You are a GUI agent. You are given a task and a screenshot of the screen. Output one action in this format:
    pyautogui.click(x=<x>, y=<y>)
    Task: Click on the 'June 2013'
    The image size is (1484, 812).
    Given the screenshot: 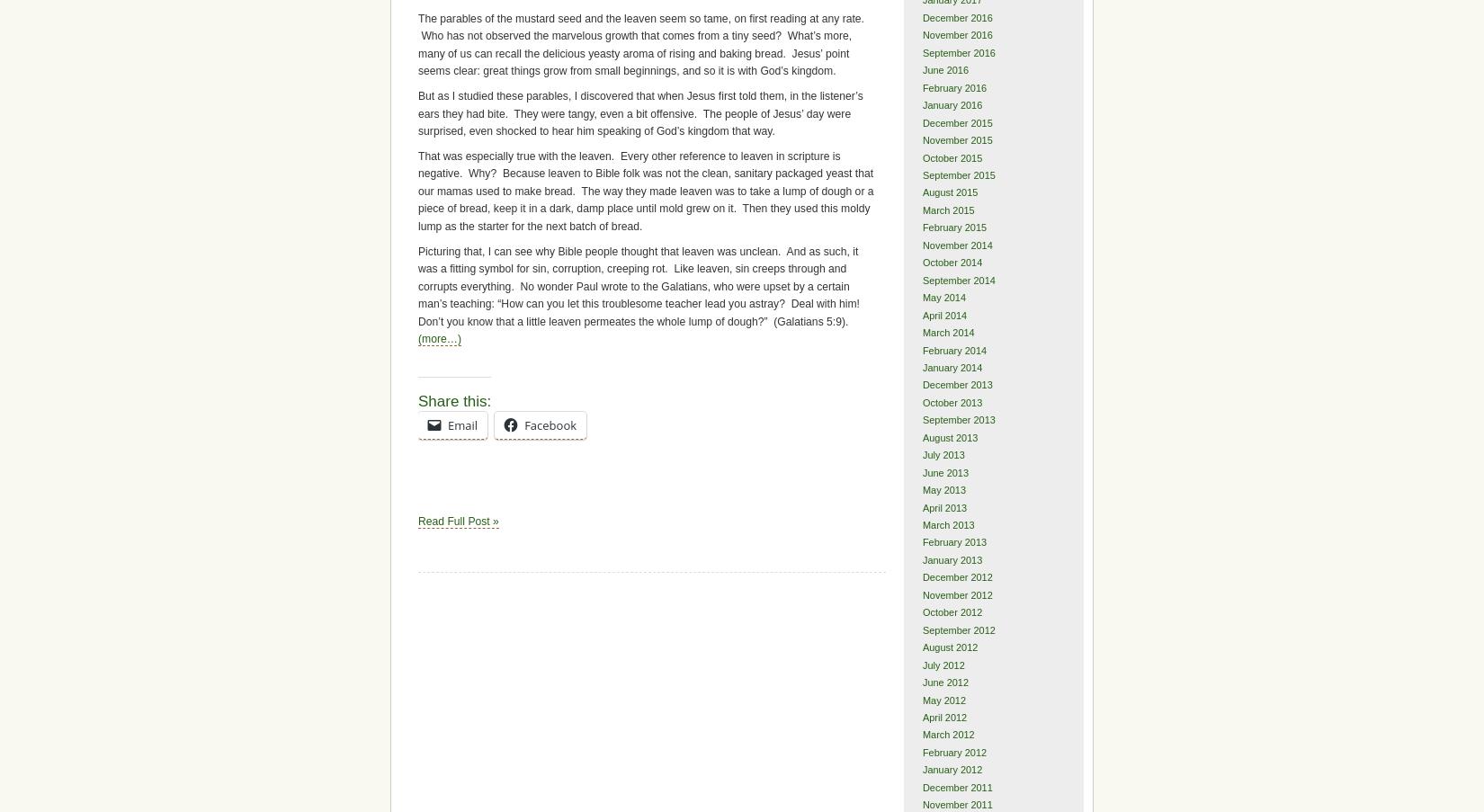 What is the action you would take?
    pyautogui.click(x=945, y=471)
    